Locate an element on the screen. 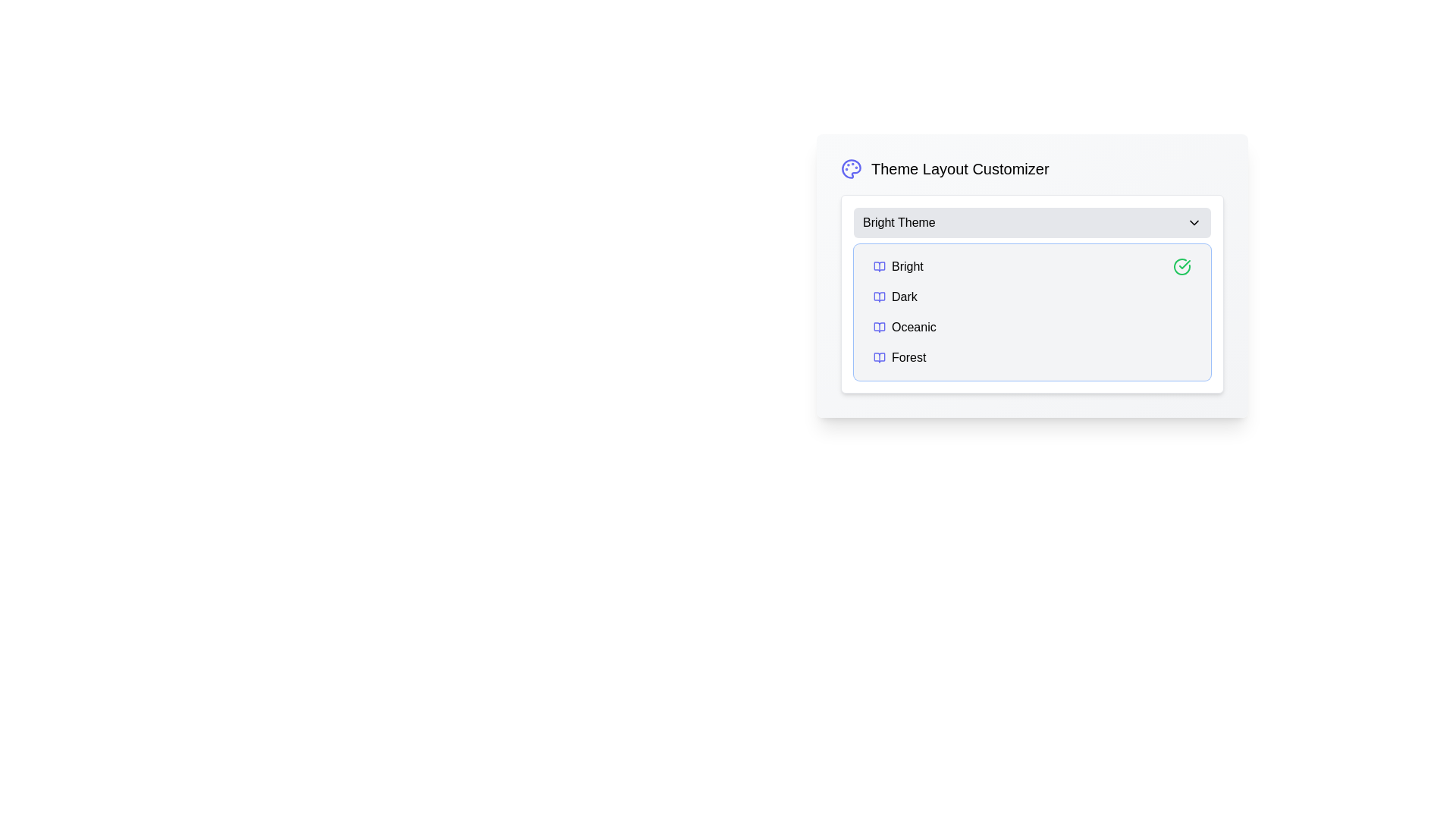  the downward-pointing chevron icon that opens the dropdown menu in the theme selector UI is located at coordinates (1193, 222).